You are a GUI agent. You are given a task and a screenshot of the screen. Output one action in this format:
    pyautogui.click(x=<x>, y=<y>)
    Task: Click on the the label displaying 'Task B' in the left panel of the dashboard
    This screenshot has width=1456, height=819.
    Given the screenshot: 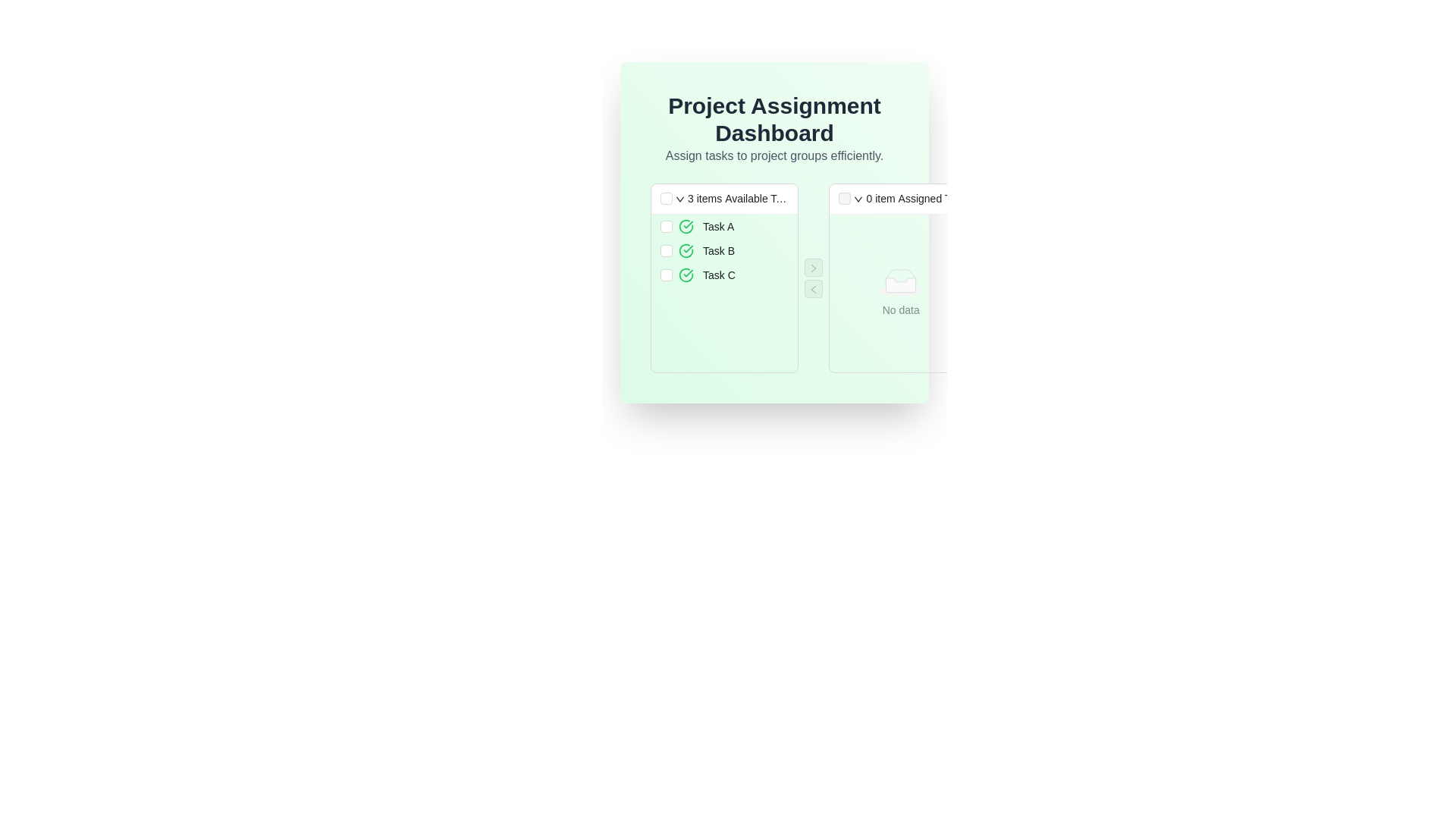 What is the action you would take?
    pyautogui.click(x=718, y=250)
    